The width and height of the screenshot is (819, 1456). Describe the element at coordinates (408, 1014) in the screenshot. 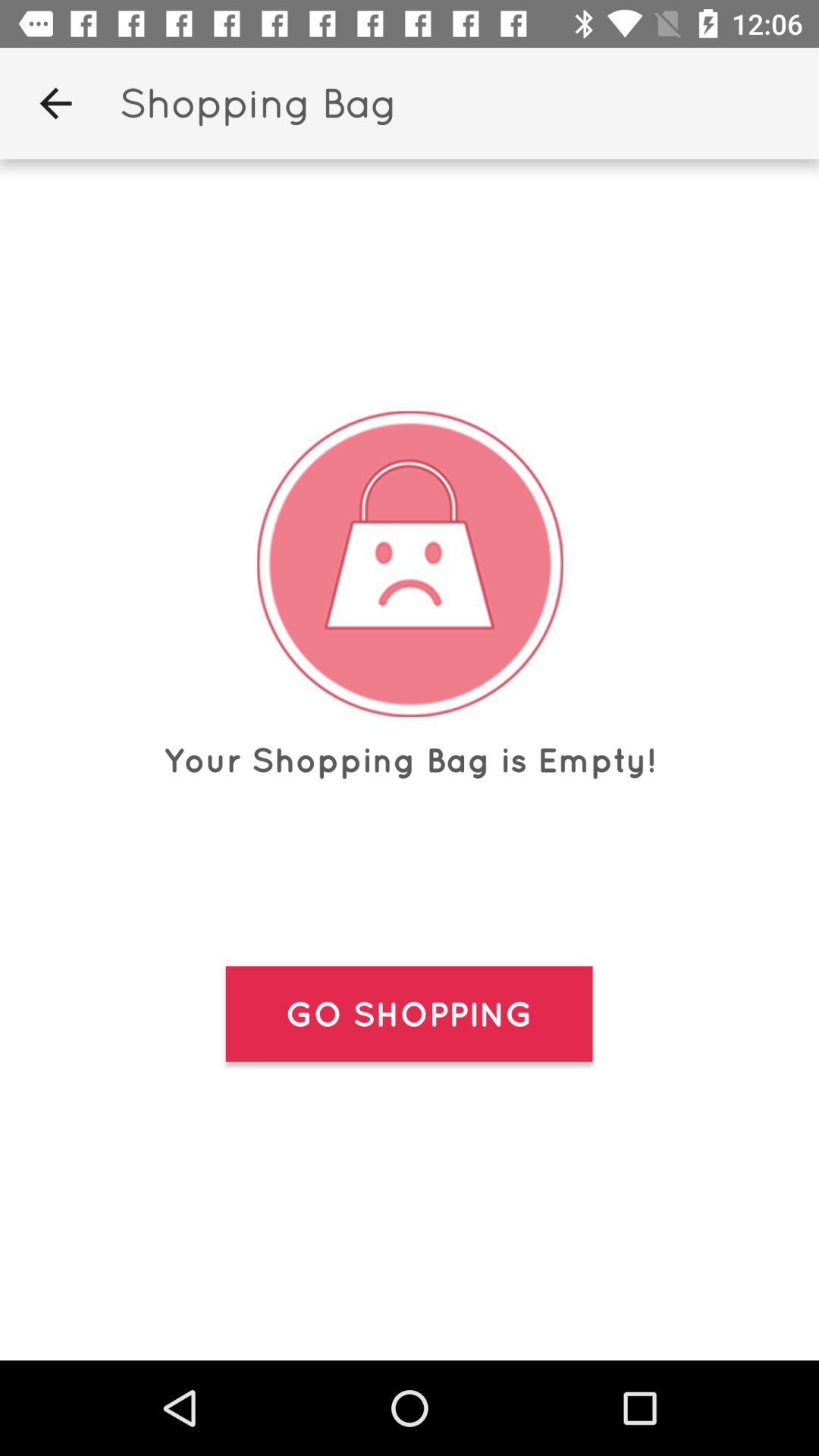

I see `the go shopping item` at that location.